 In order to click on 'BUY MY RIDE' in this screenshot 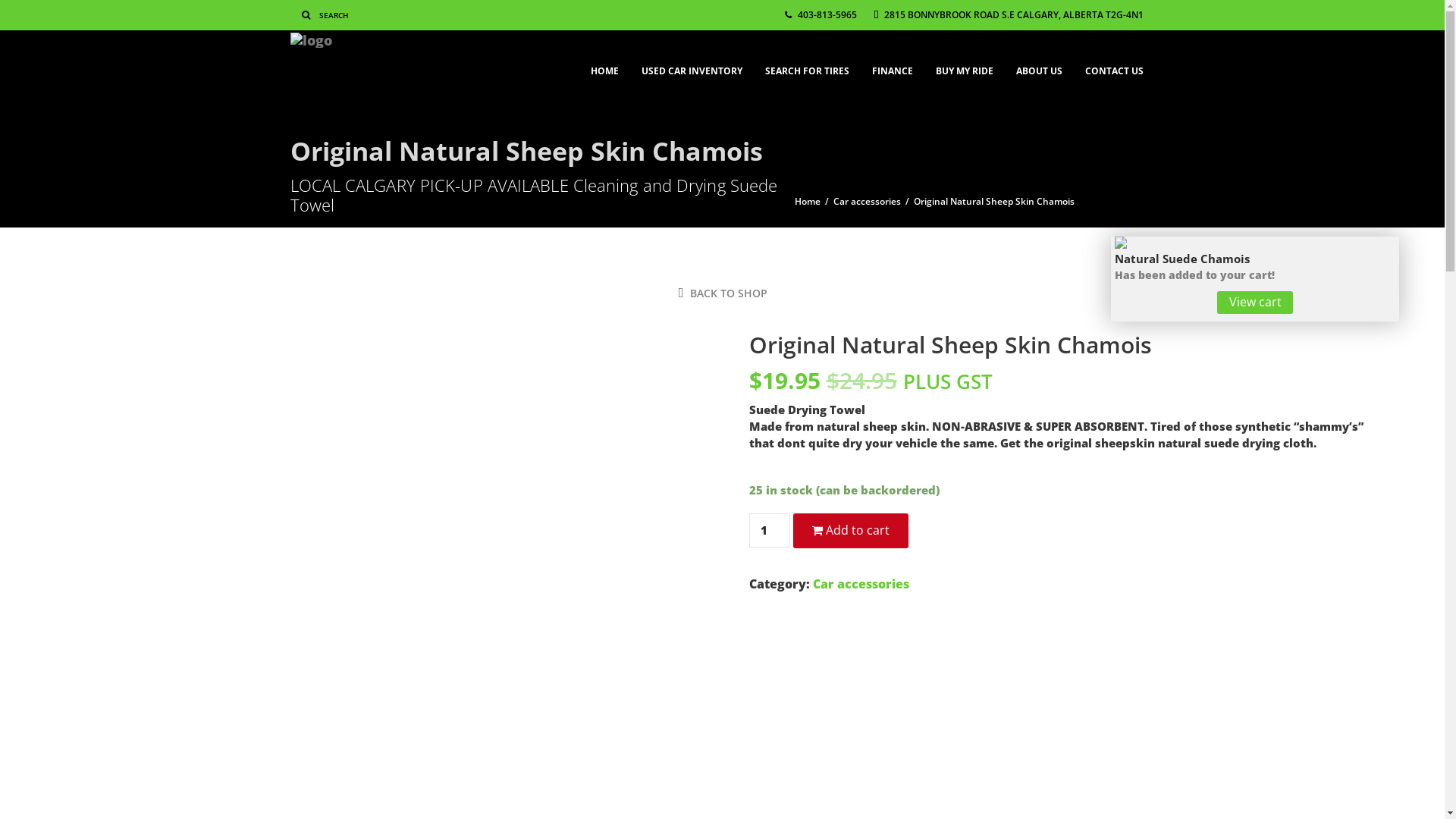, I will do `click(963, 63)`.